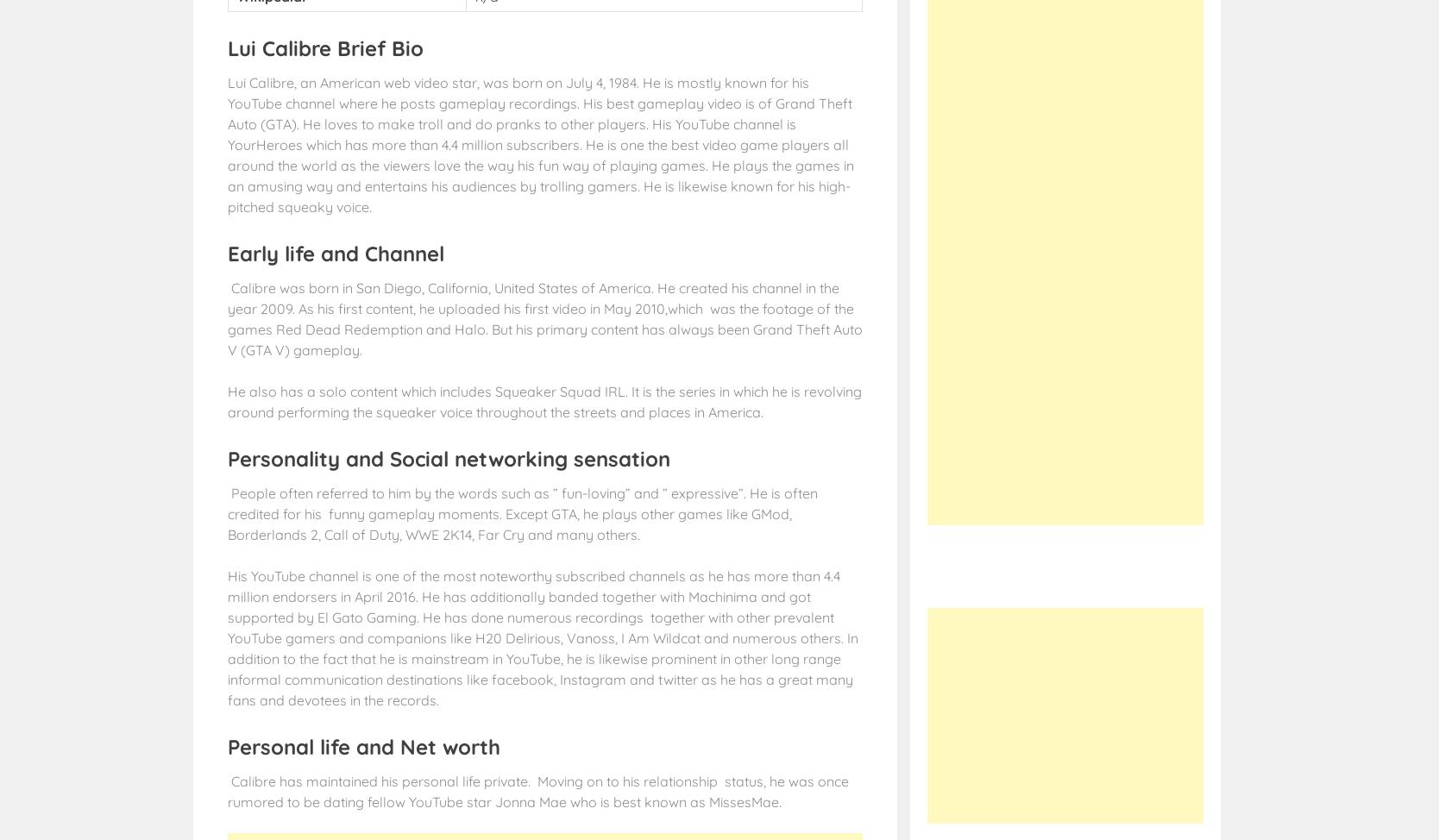 The width and height of the screenshot is (1439, 840). I want to click on 'He also has a solo content which includes Squeaker Squad IRL. It is the series in which he is revolving around performing the squeaker voice throughout the streets and places in America.', so click(227, 399).